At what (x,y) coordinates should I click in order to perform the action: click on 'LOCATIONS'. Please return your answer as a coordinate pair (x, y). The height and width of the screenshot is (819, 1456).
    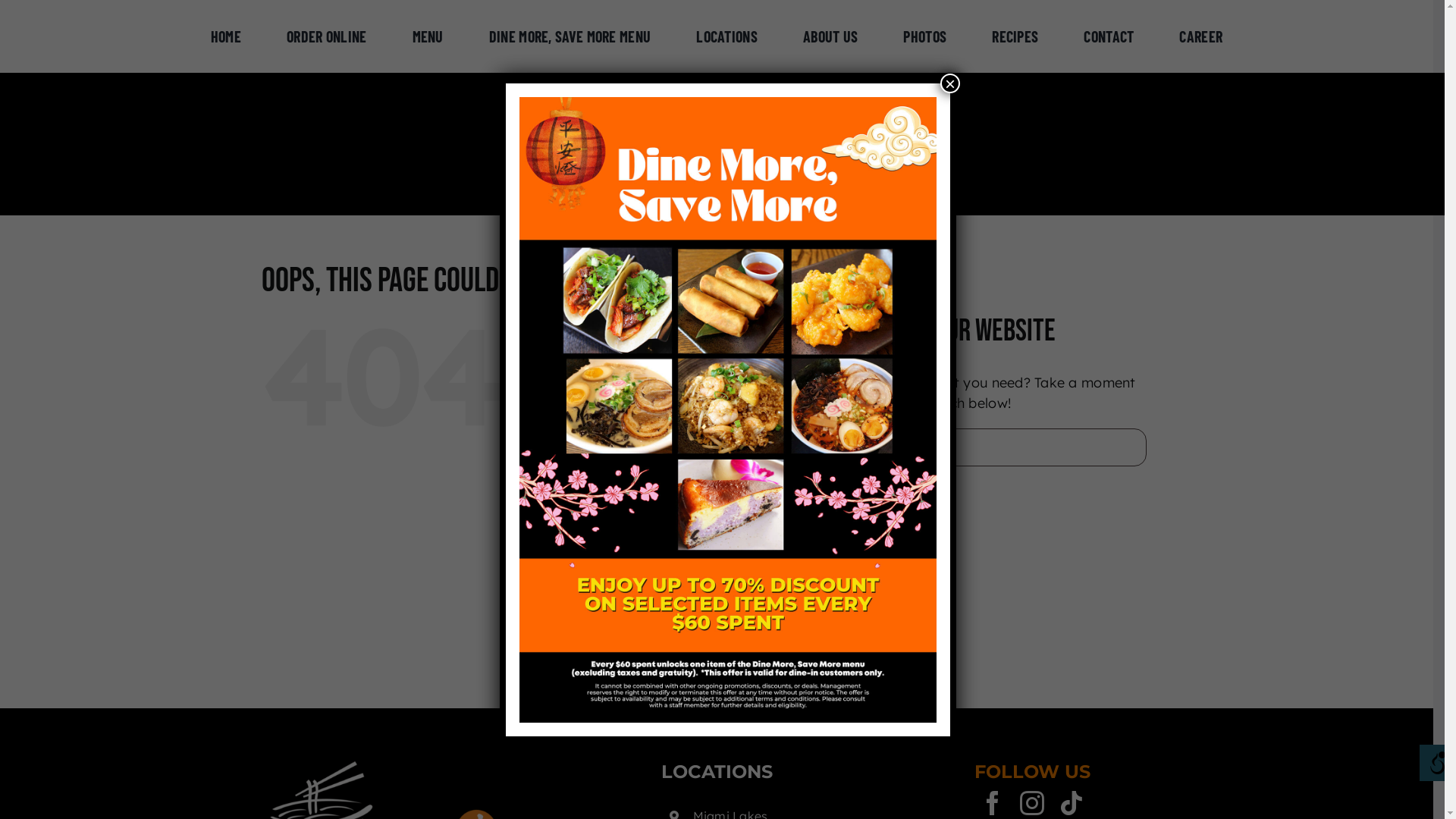
    Looking at the image, I should click on (726, 35).